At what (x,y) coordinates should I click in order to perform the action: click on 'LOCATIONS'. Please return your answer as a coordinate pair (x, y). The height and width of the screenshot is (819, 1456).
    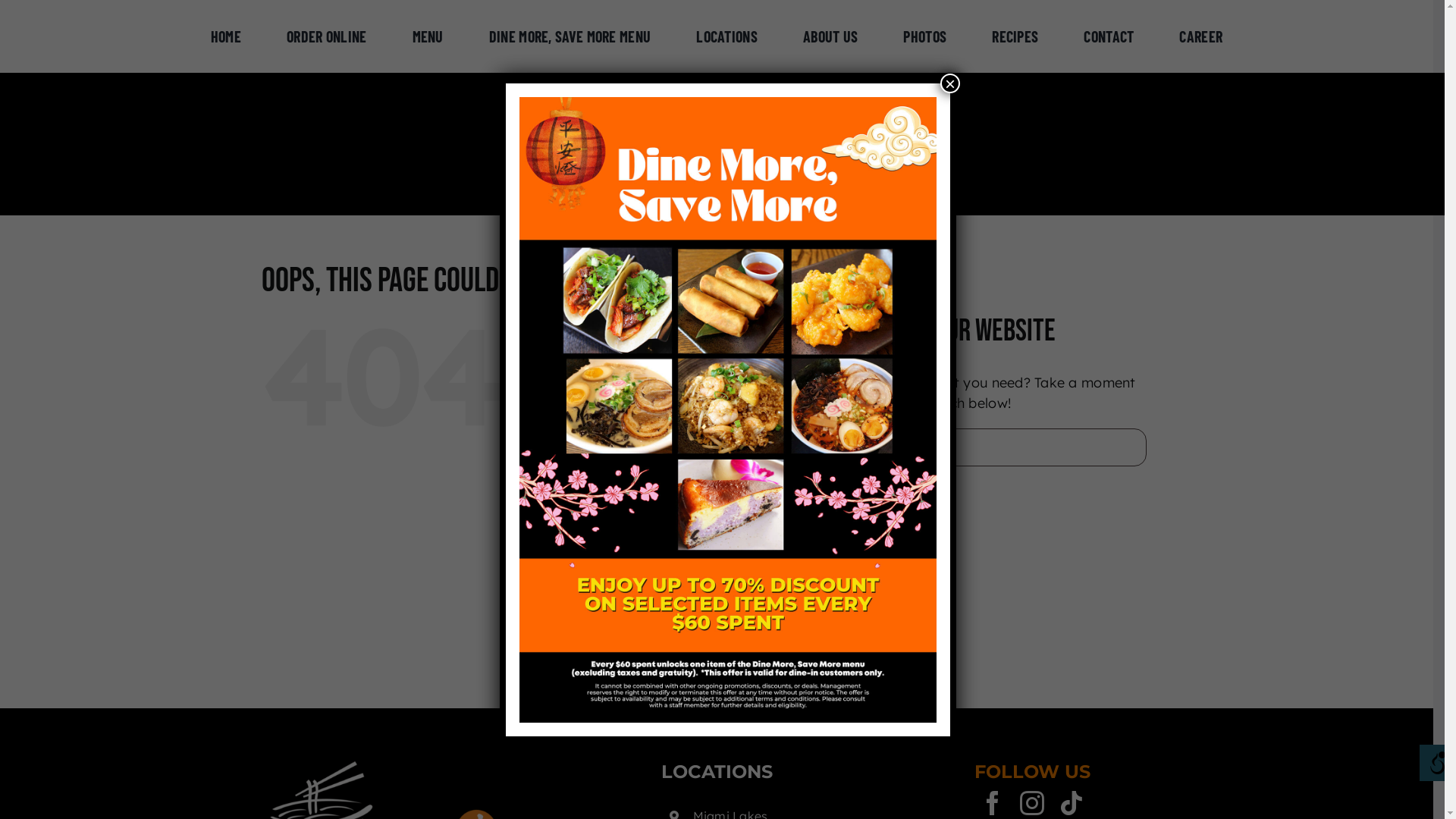
    Looking at the image, I should click on (726, 35).